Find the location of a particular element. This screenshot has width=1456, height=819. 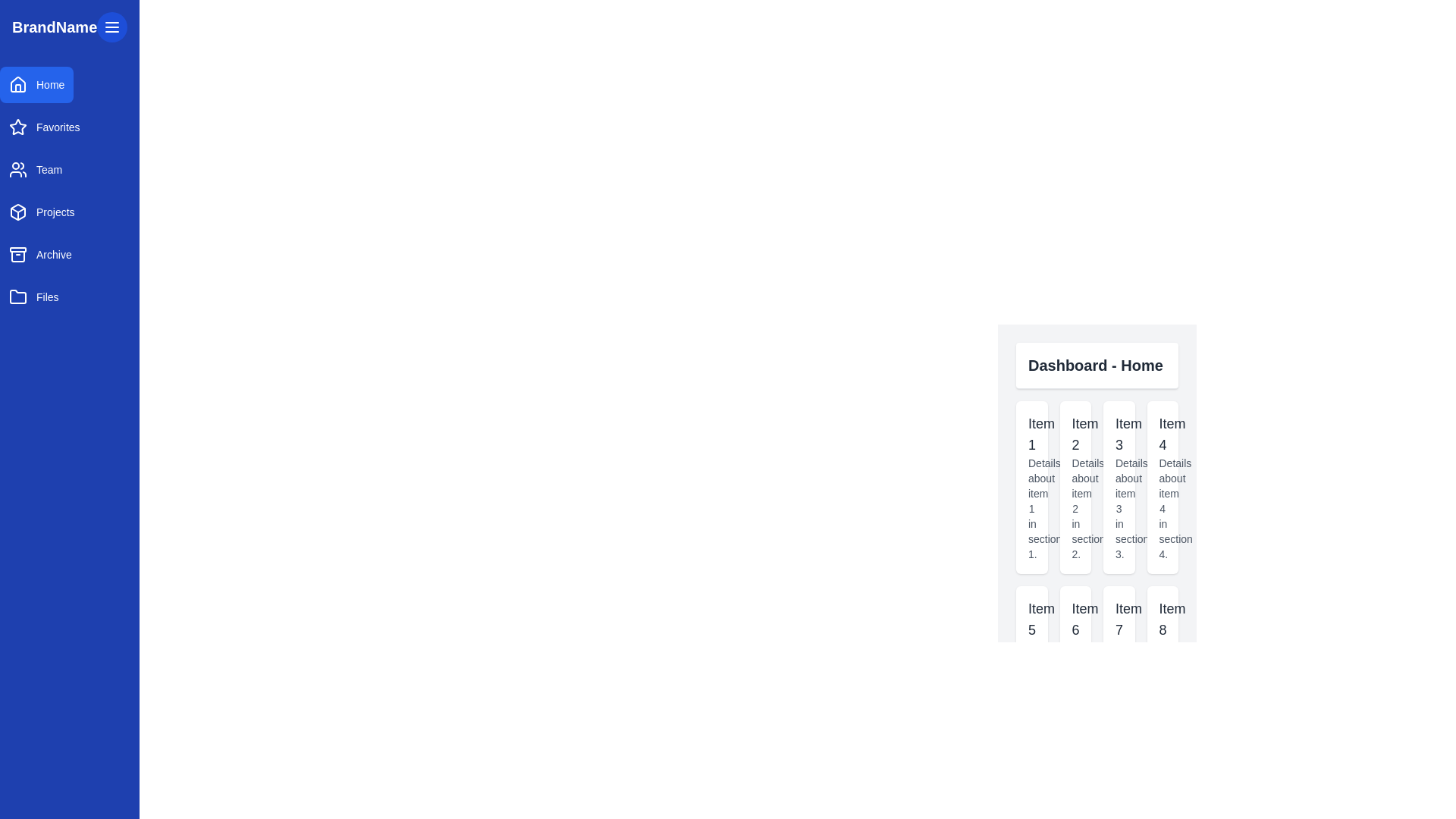

the 'Projects' icon, which is a hollow 3D box outline located in the vertical sidebar, positioned between the 'Team' and 'Archive' sections is located at coordinates (18, 212).